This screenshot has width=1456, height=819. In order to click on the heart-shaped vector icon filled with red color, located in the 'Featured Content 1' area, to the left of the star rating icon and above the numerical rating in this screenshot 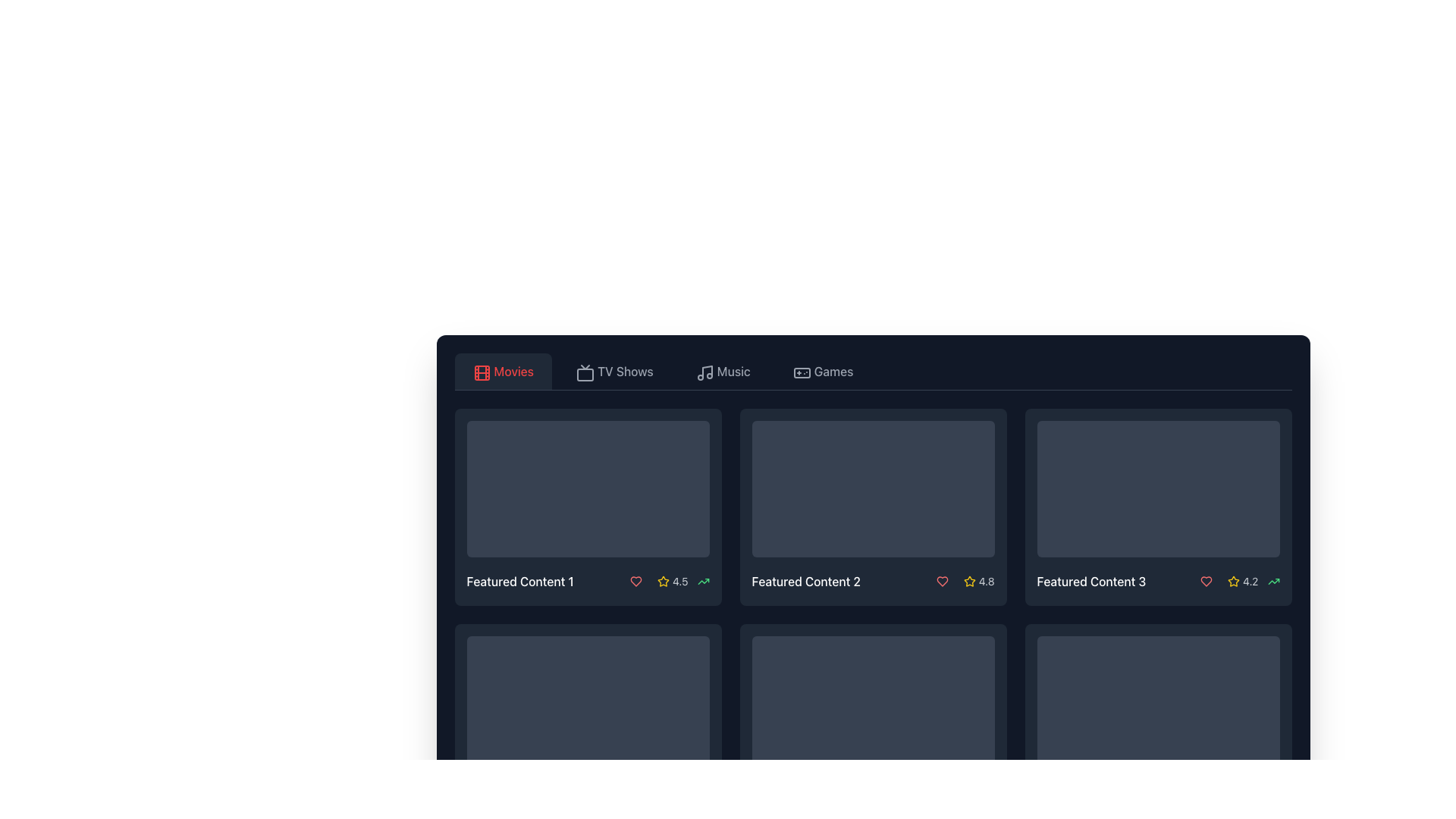, I will do `click(636, 581)`.